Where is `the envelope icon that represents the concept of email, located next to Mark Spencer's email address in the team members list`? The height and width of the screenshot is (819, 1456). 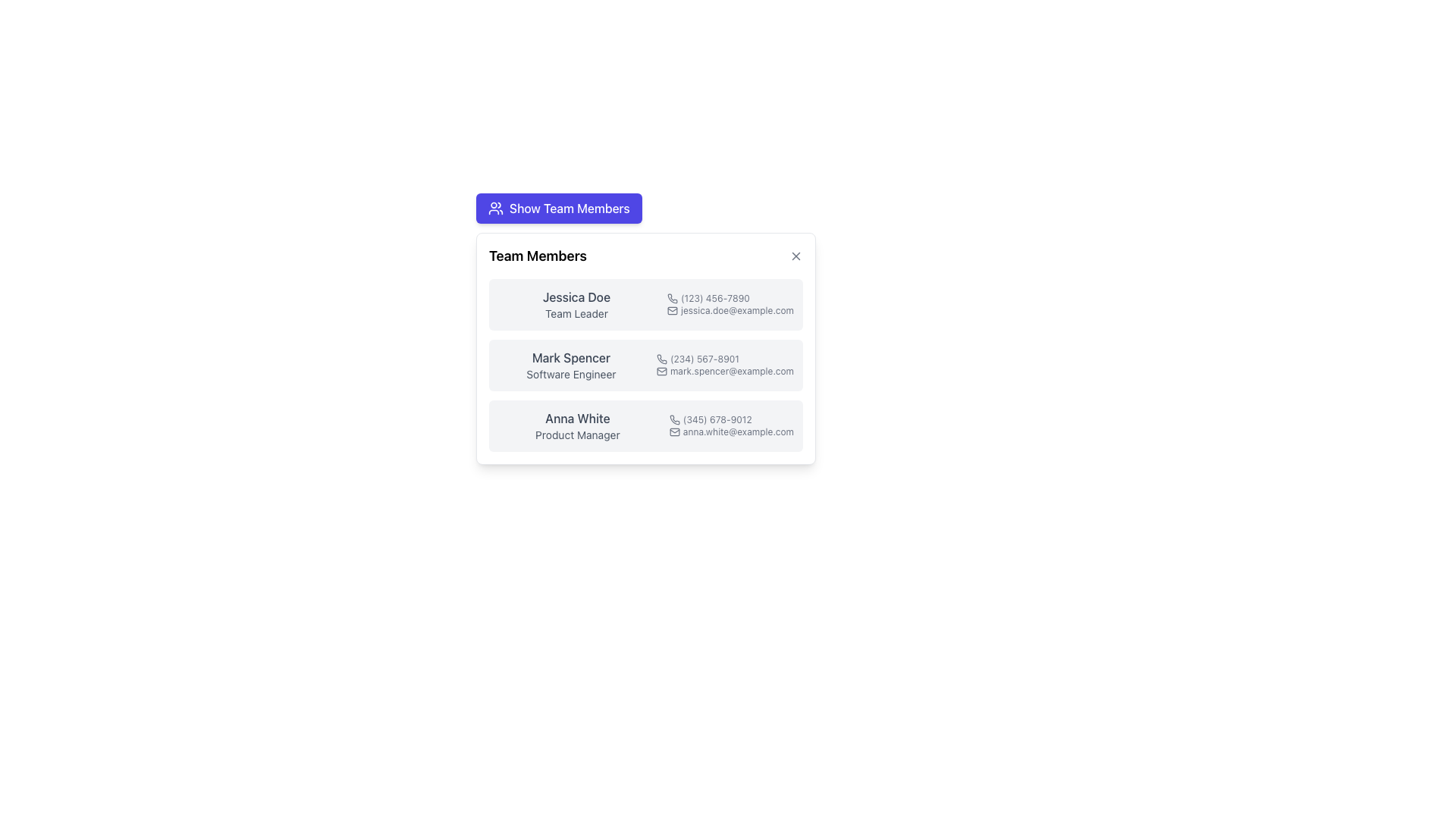
the envelope icon that represents the concept of email, located next to Mark Spencer's email address in the team members list is located at coordinates (661, 371).